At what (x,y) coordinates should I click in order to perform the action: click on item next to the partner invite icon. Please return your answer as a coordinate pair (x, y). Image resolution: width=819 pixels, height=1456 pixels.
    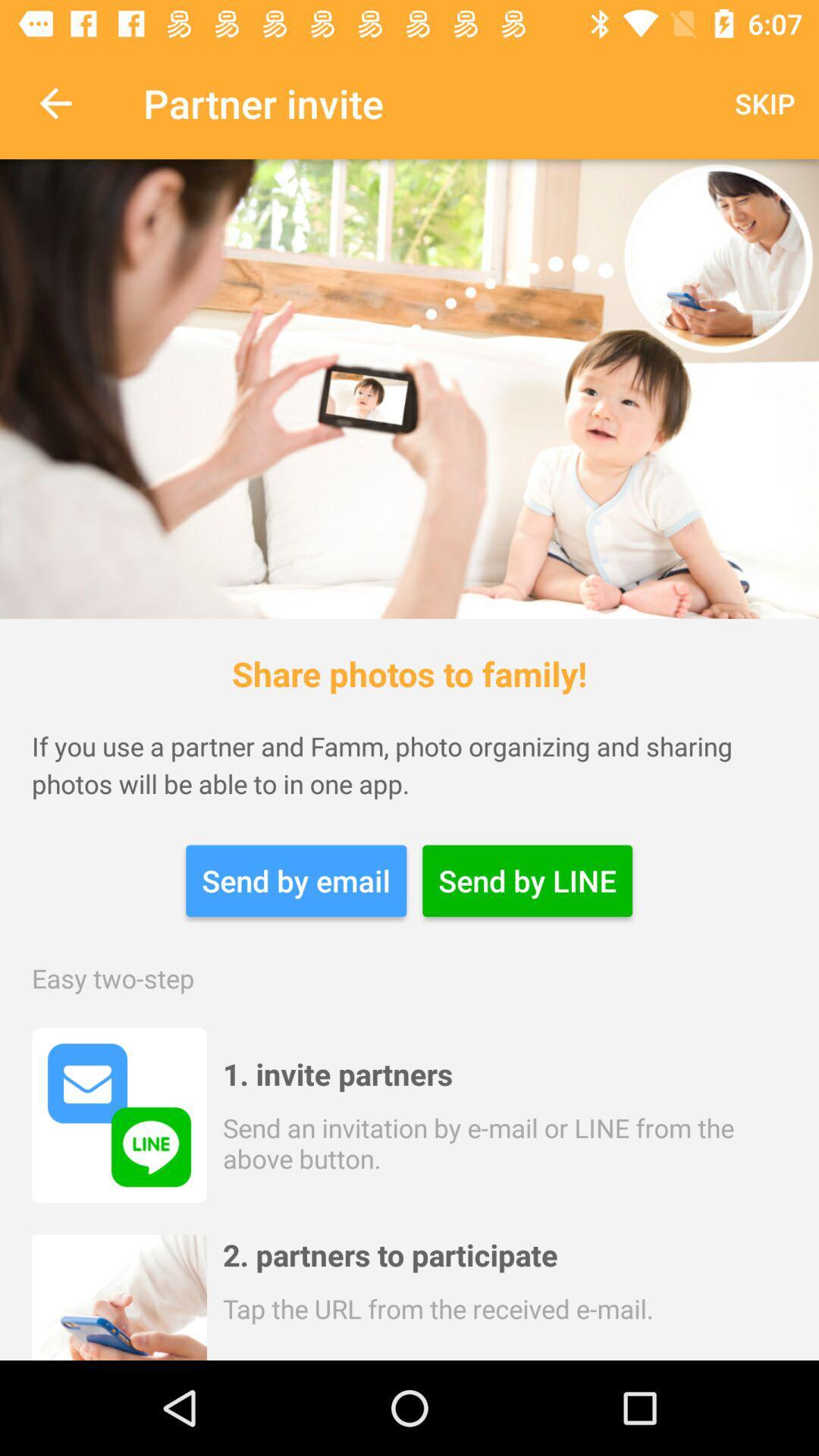
    Looking at the image, I should click on (55, 102).